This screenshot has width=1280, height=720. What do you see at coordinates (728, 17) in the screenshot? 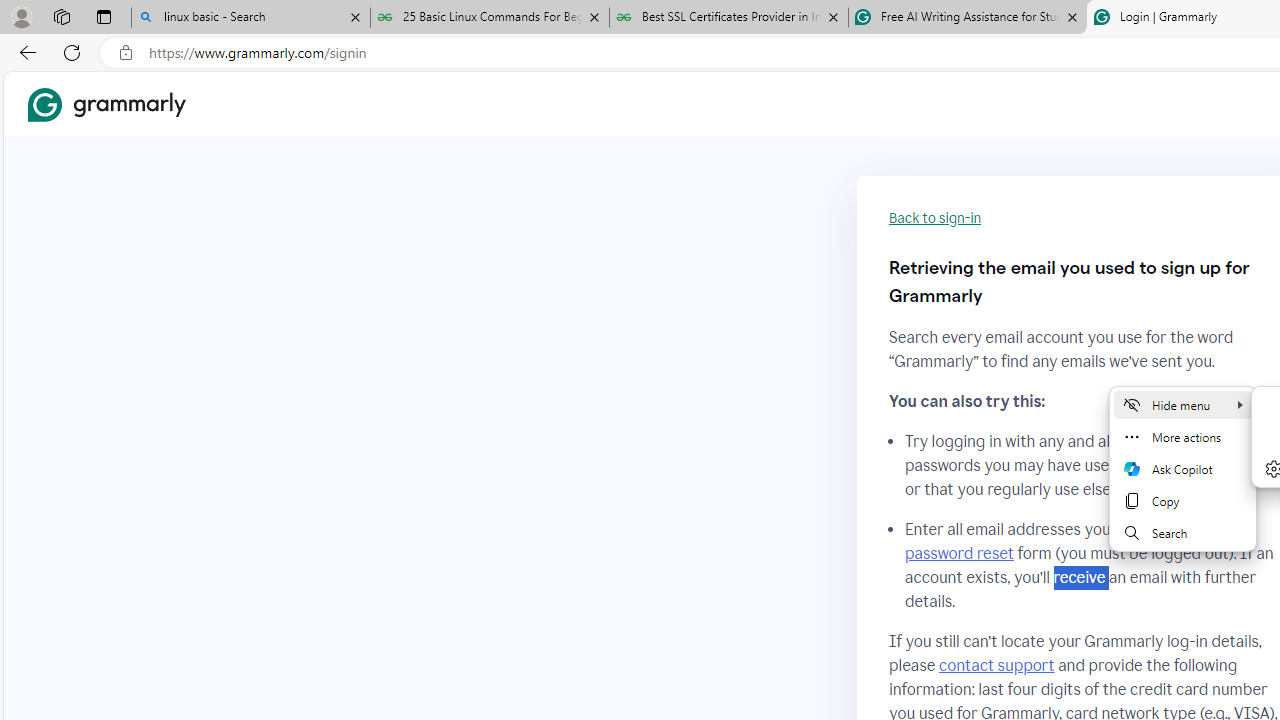
I see `'Best SSL Certificates Provider in India - GeeksforGeeks'` at bounding box center [728, 17].